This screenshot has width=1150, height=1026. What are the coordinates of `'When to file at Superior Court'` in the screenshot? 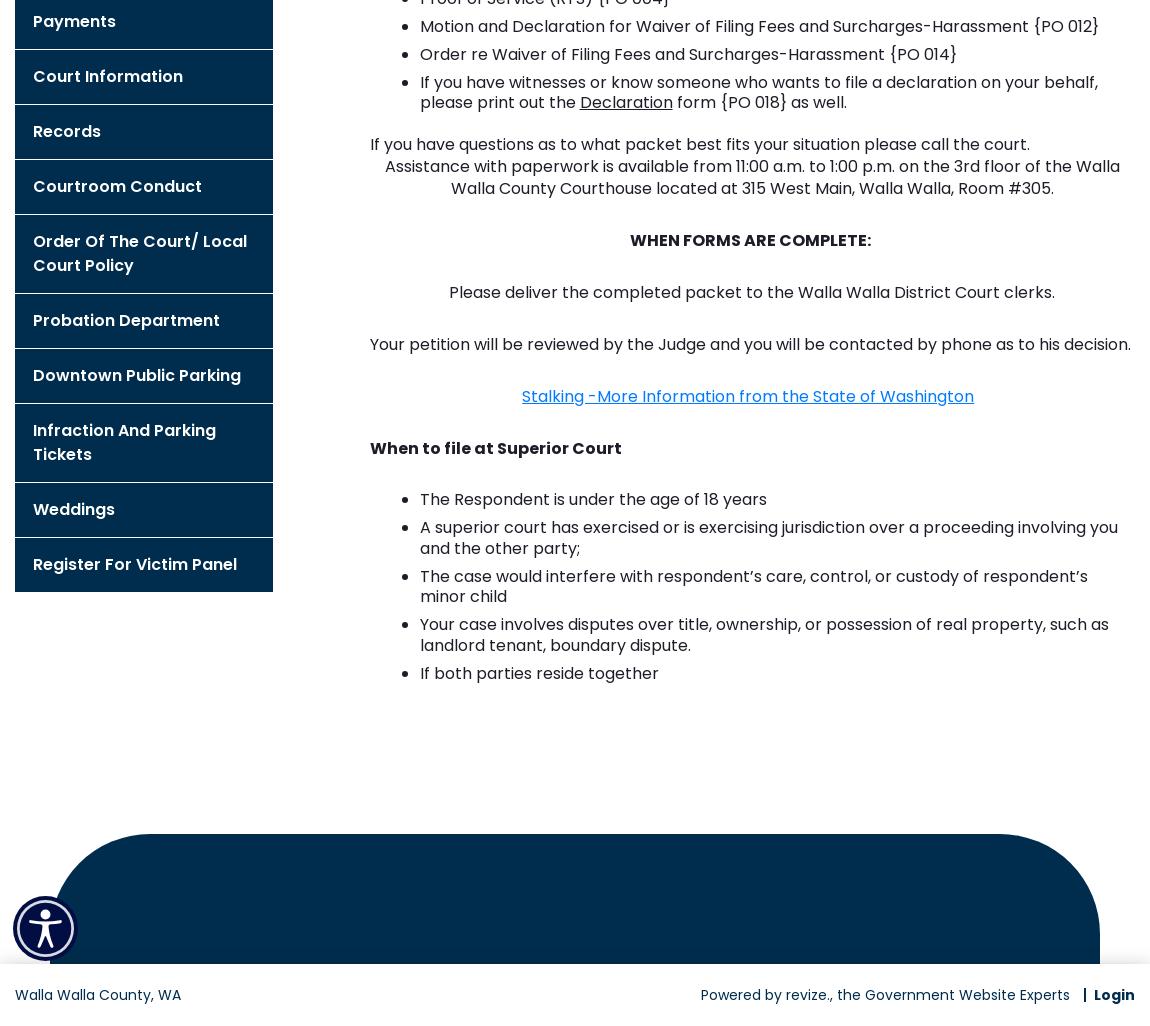 It's located at (494, 448).